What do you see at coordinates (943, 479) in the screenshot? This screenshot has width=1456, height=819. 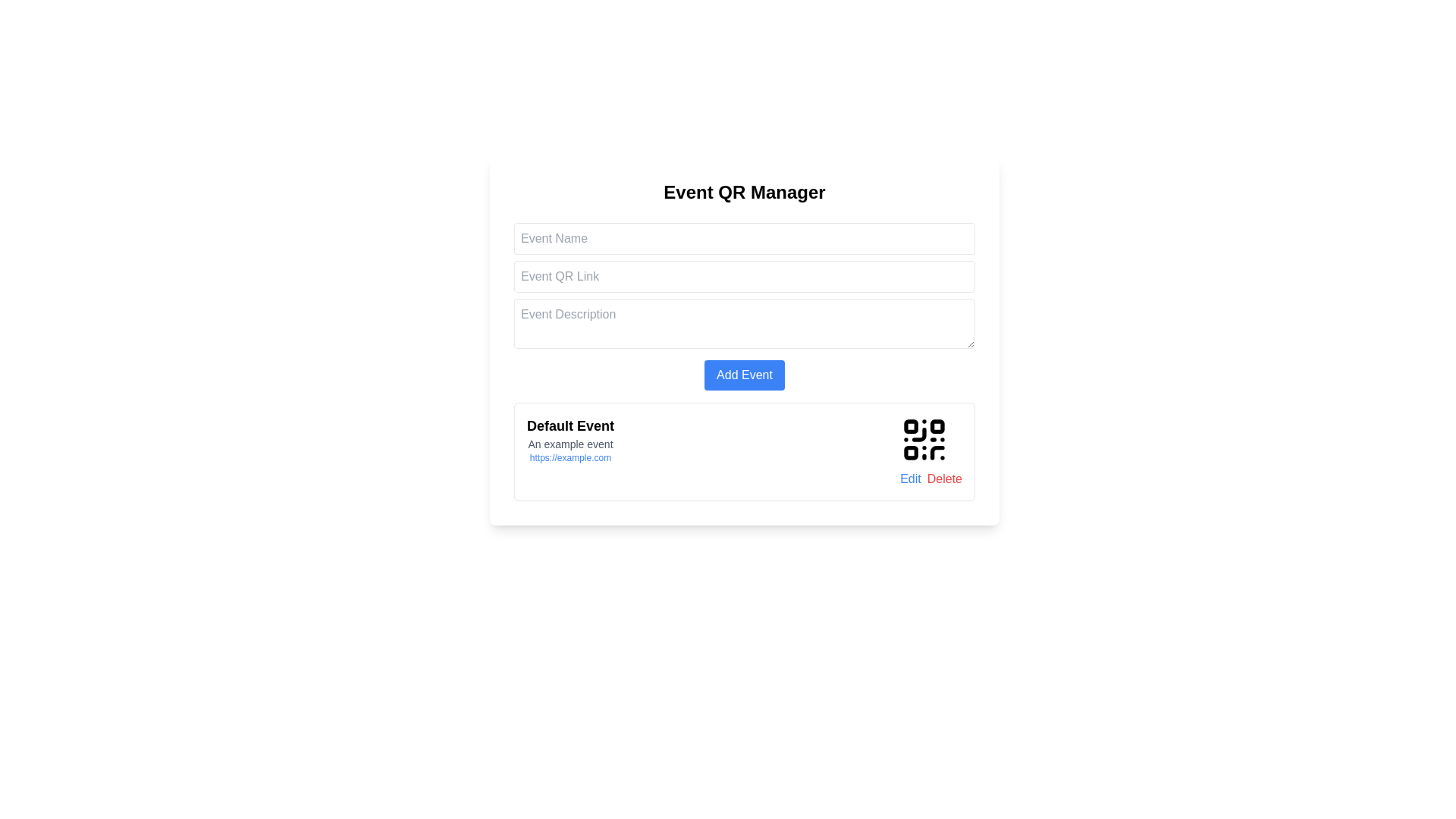 I see `the 'Delete' clickable text link` at bounding box center [943, 479].